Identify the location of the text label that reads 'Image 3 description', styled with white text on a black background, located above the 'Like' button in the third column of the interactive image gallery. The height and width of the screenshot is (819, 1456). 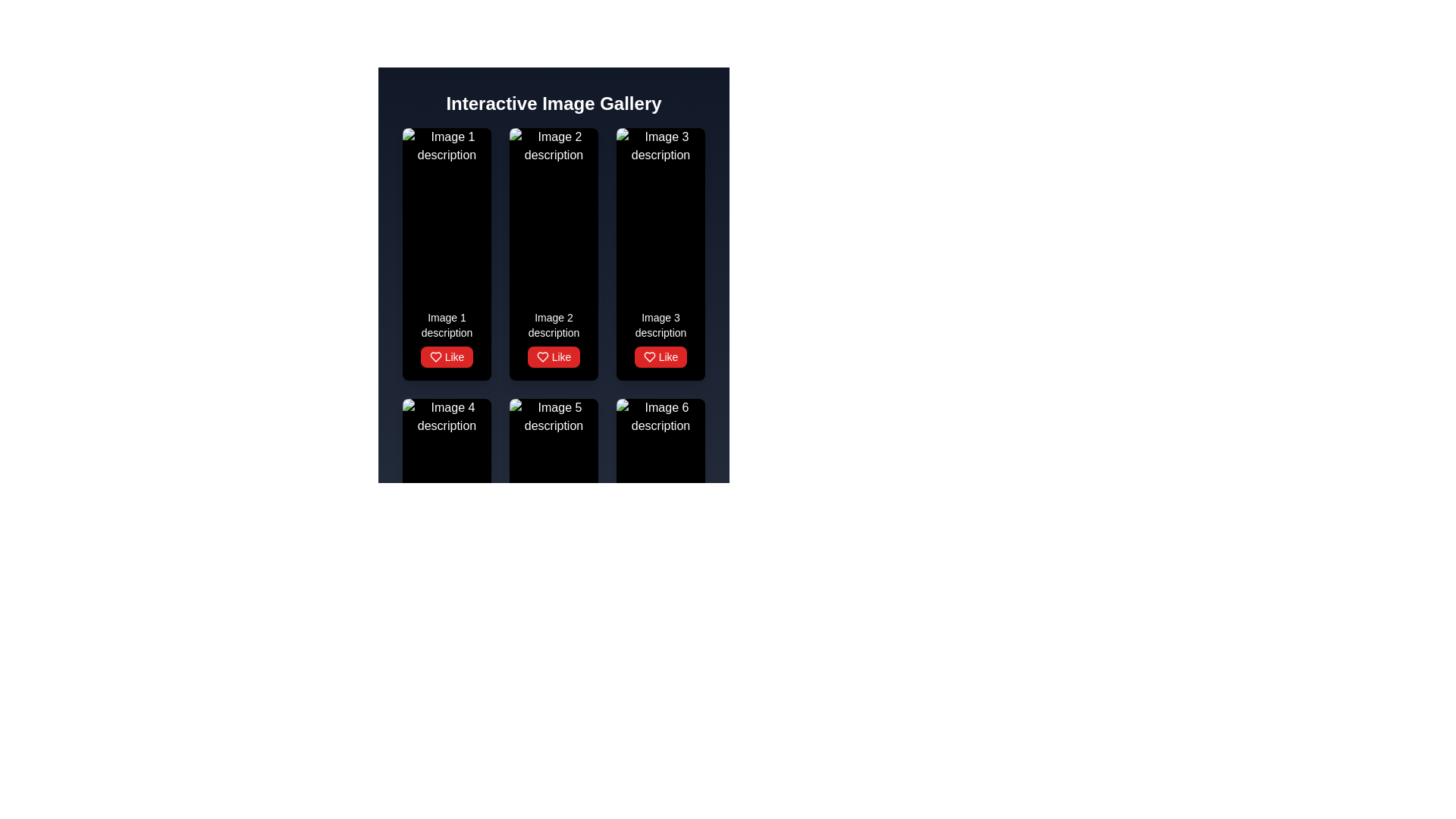
(661, 324).